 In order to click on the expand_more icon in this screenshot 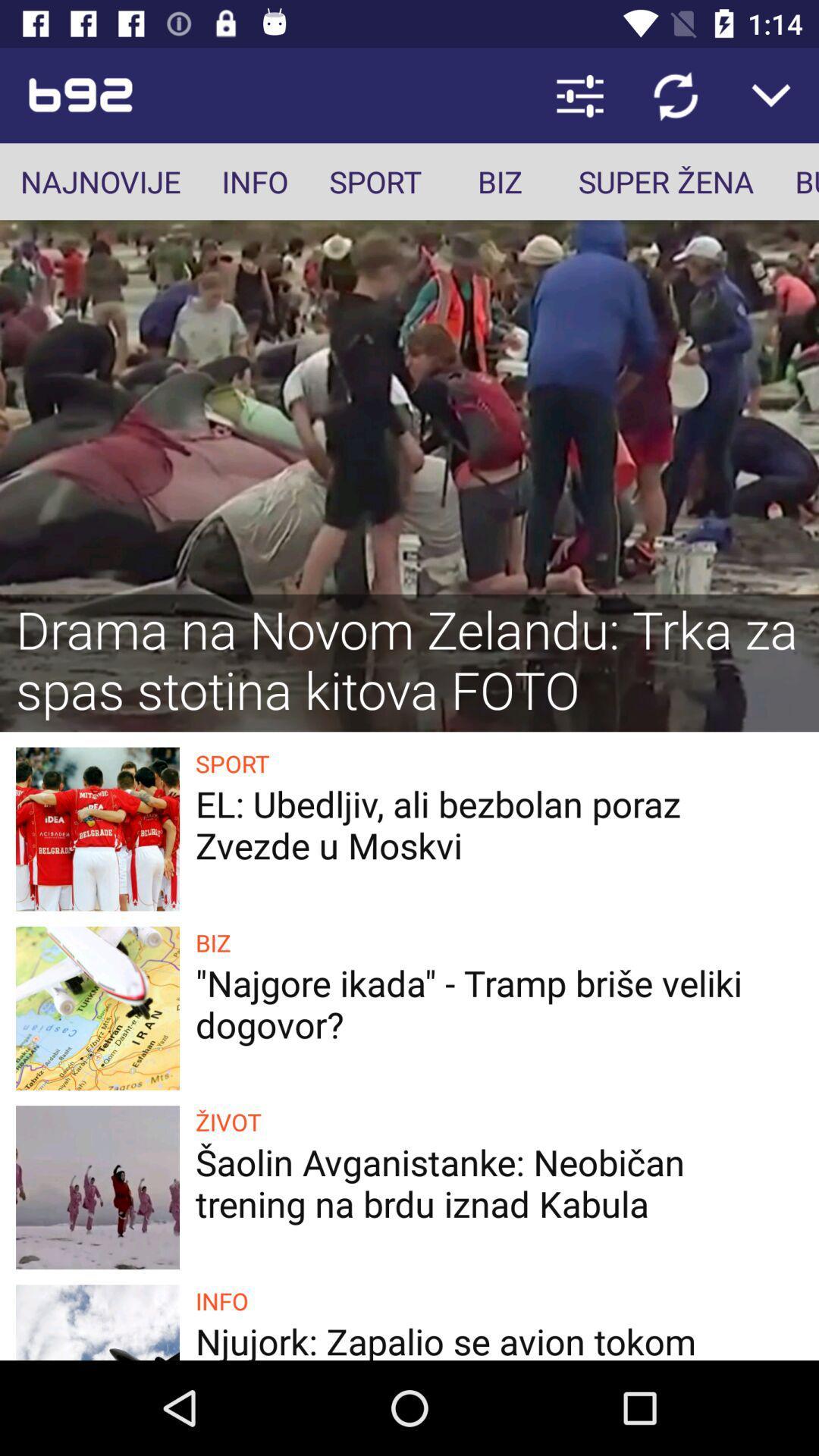, I will do `click(771, 94)`.